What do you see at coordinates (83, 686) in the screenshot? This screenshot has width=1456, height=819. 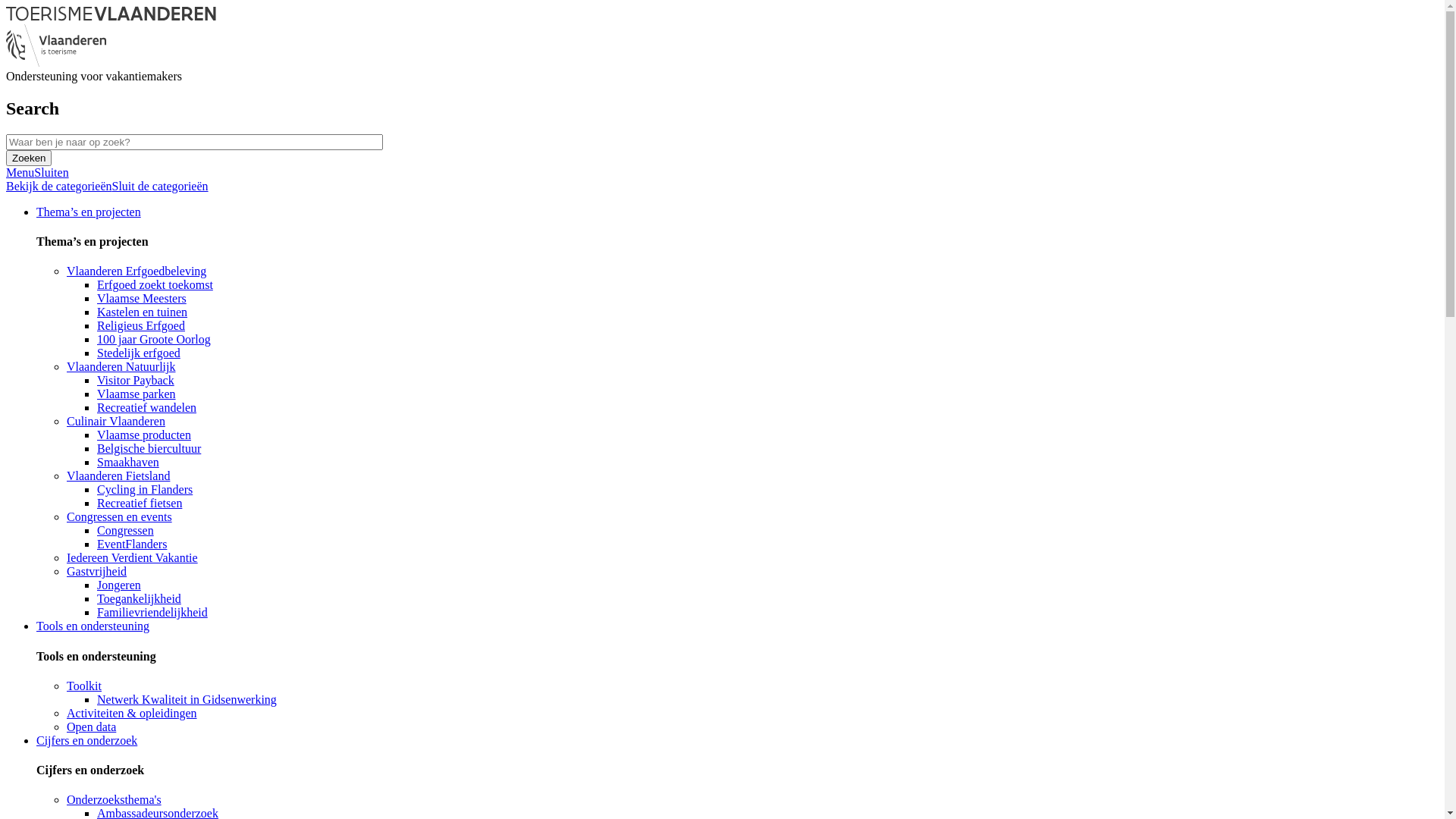 I see `'Toolkit'` at bounding box center [83, 686].